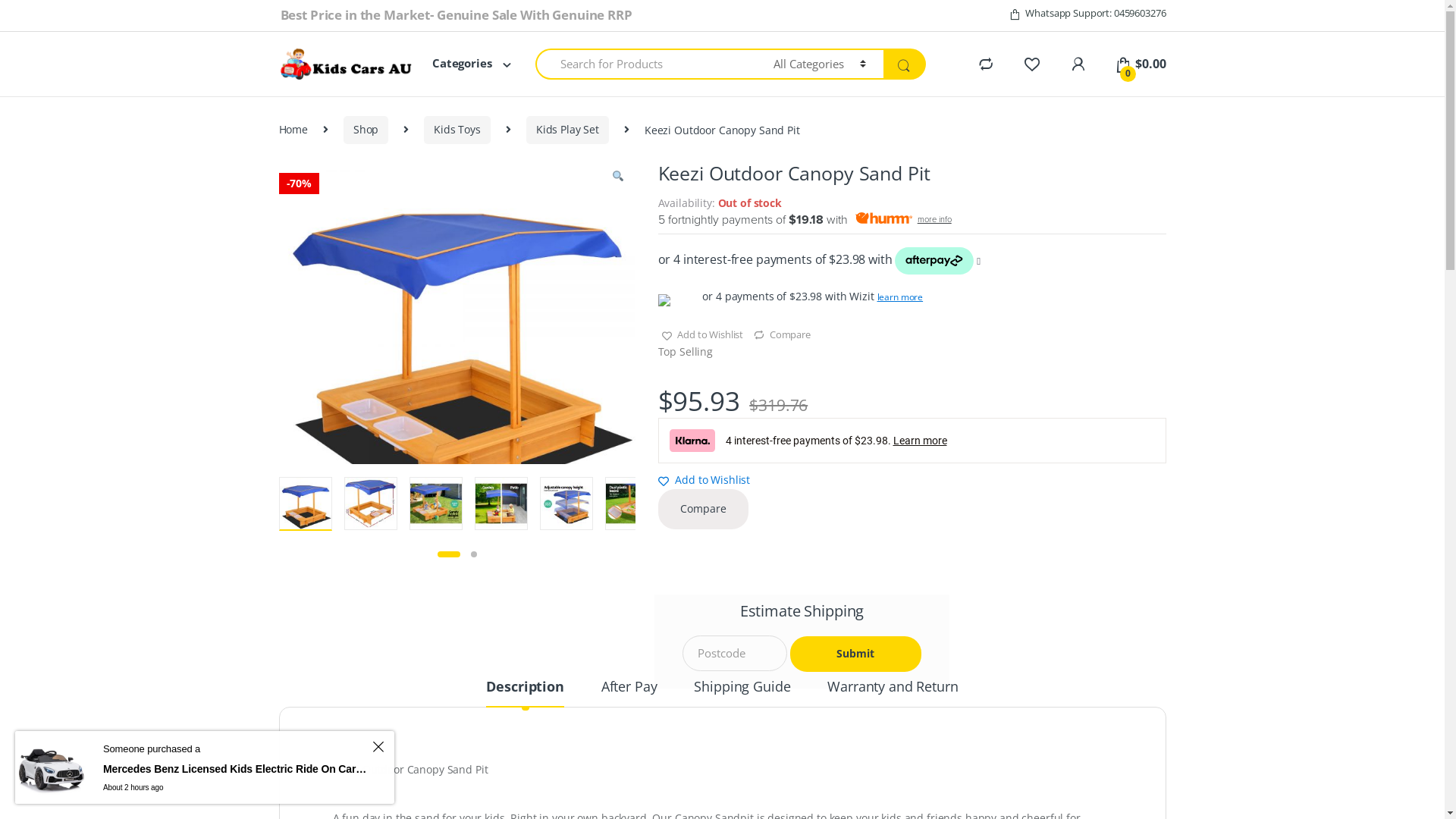  What do you see at coordinates (413, 63) in the screenshot?
I see `'Categories'` at bounding box center [413, 63].